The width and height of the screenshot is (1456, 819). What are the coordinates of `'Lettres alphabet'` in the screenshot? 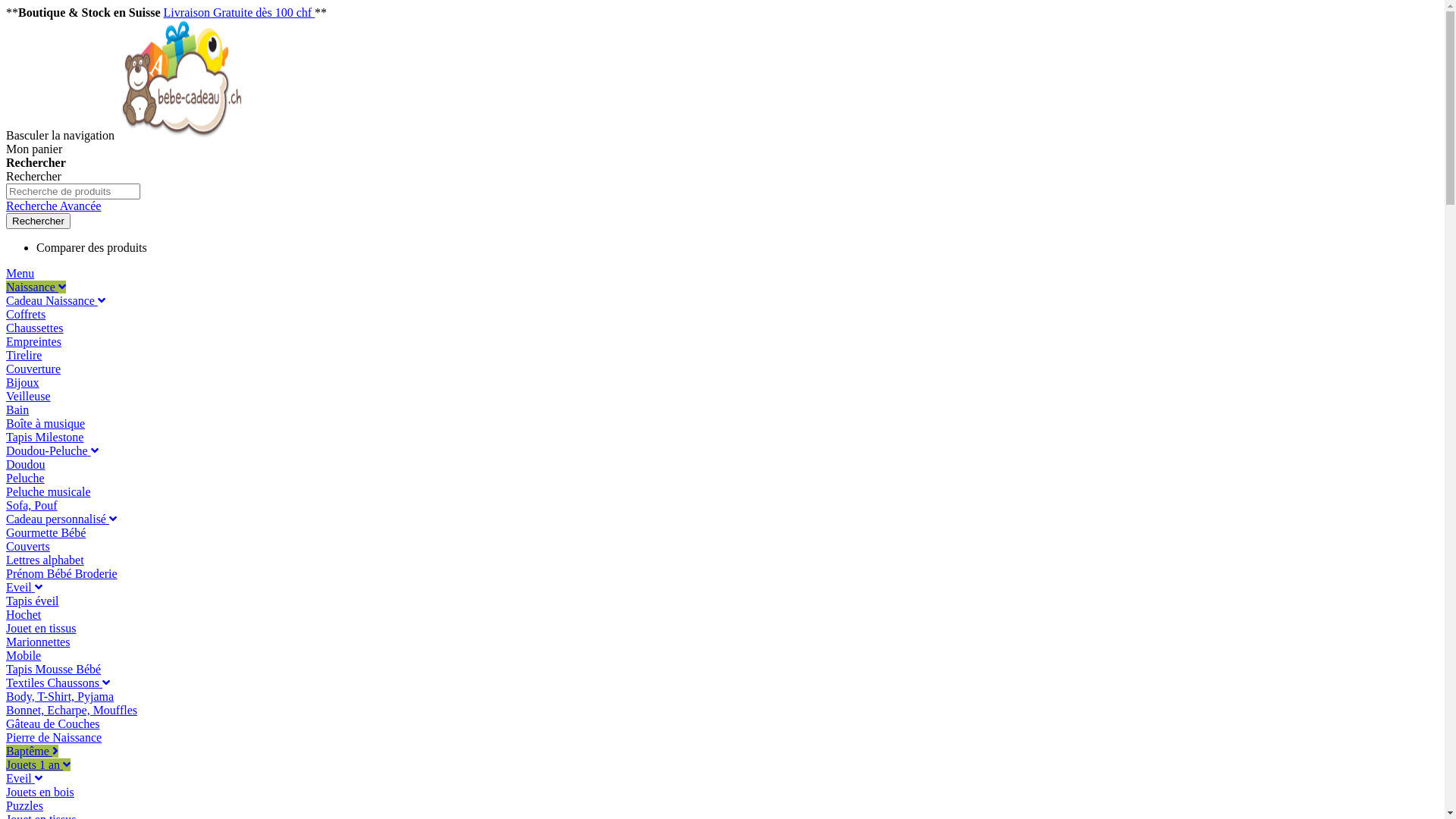 It's located at (6, 560).